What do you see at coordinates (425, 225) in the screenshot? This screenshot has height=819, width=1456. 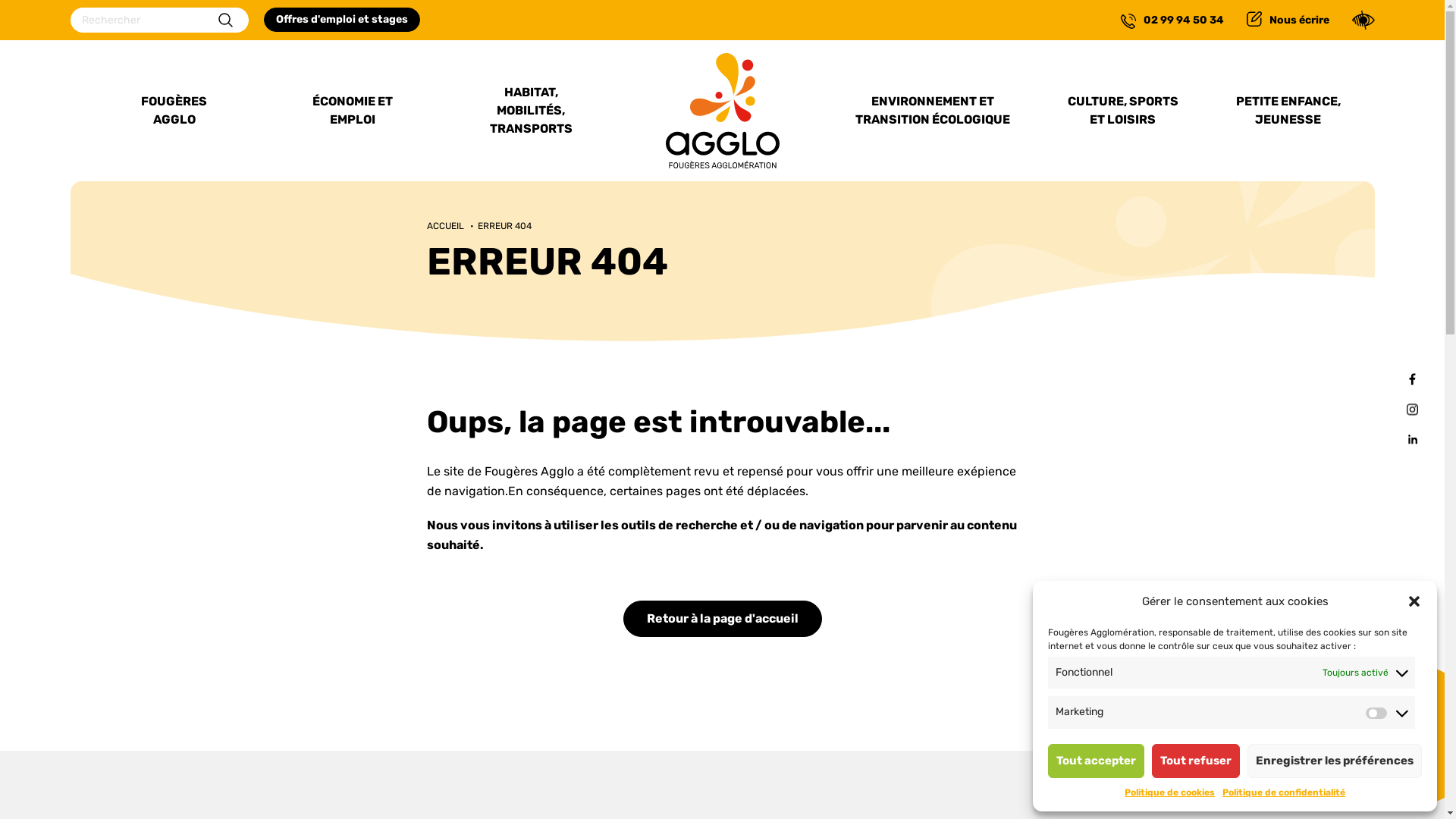 I see `'ACCUEIL'` at bounding box center [425, 225].